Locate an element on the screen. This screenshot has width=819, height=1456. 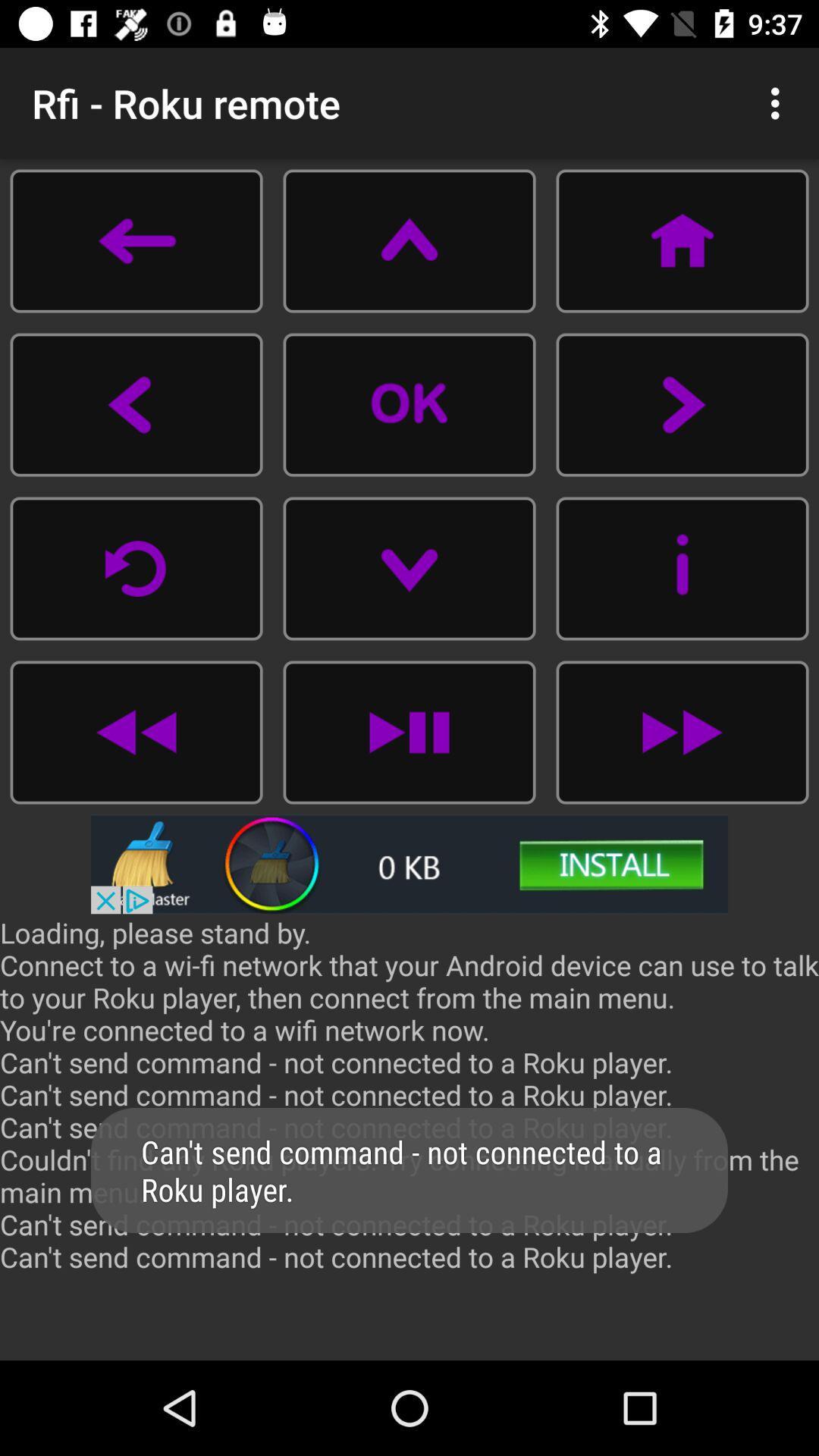
previous is located at coordinates (136, 567).